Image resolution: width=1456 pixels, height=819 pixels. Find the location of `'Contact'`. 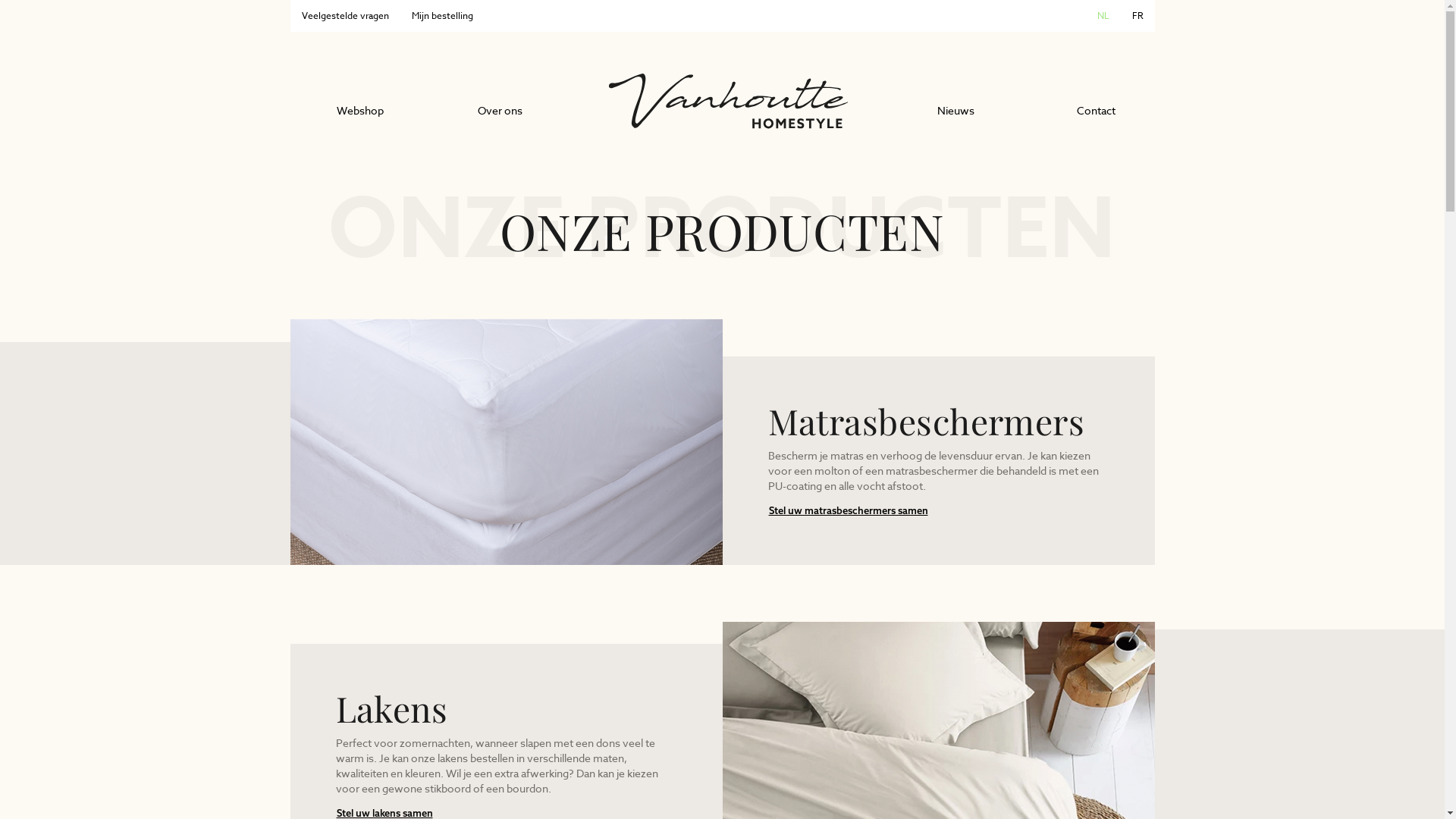

'Contact' is located at coordinates (1096, 110).